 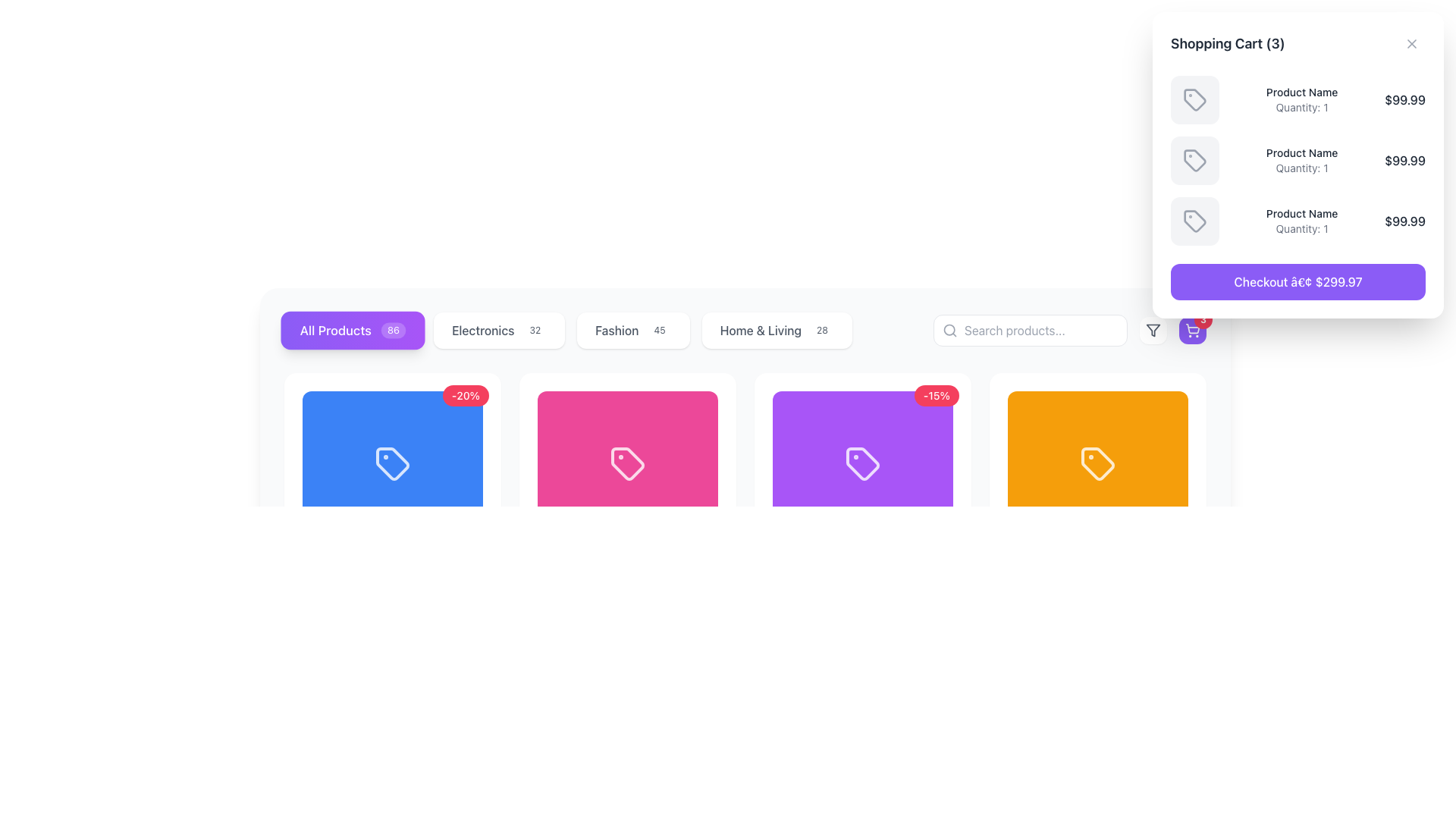 What do you see at coordinates (334, 329) in the screenshot?
I see `the static text label that serves as the label for the 'All Products86' button in the top-left area of the navigation bar` at bounding box center [334, 329].